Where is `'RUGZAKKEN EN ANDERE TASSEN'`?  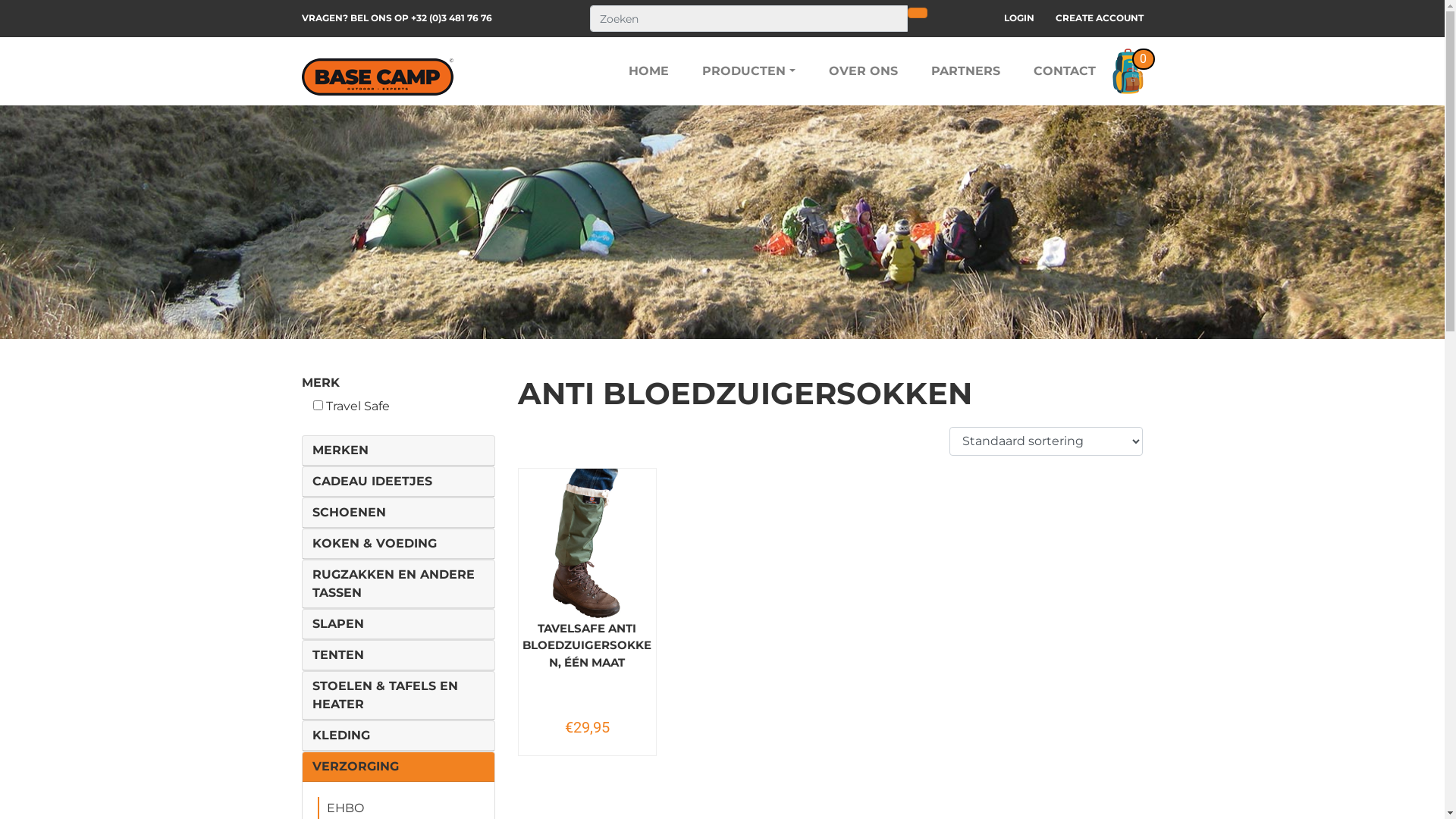
'RUGZAKKEN EN ANDERE TASSEN' is located at coordinates (397, 583).